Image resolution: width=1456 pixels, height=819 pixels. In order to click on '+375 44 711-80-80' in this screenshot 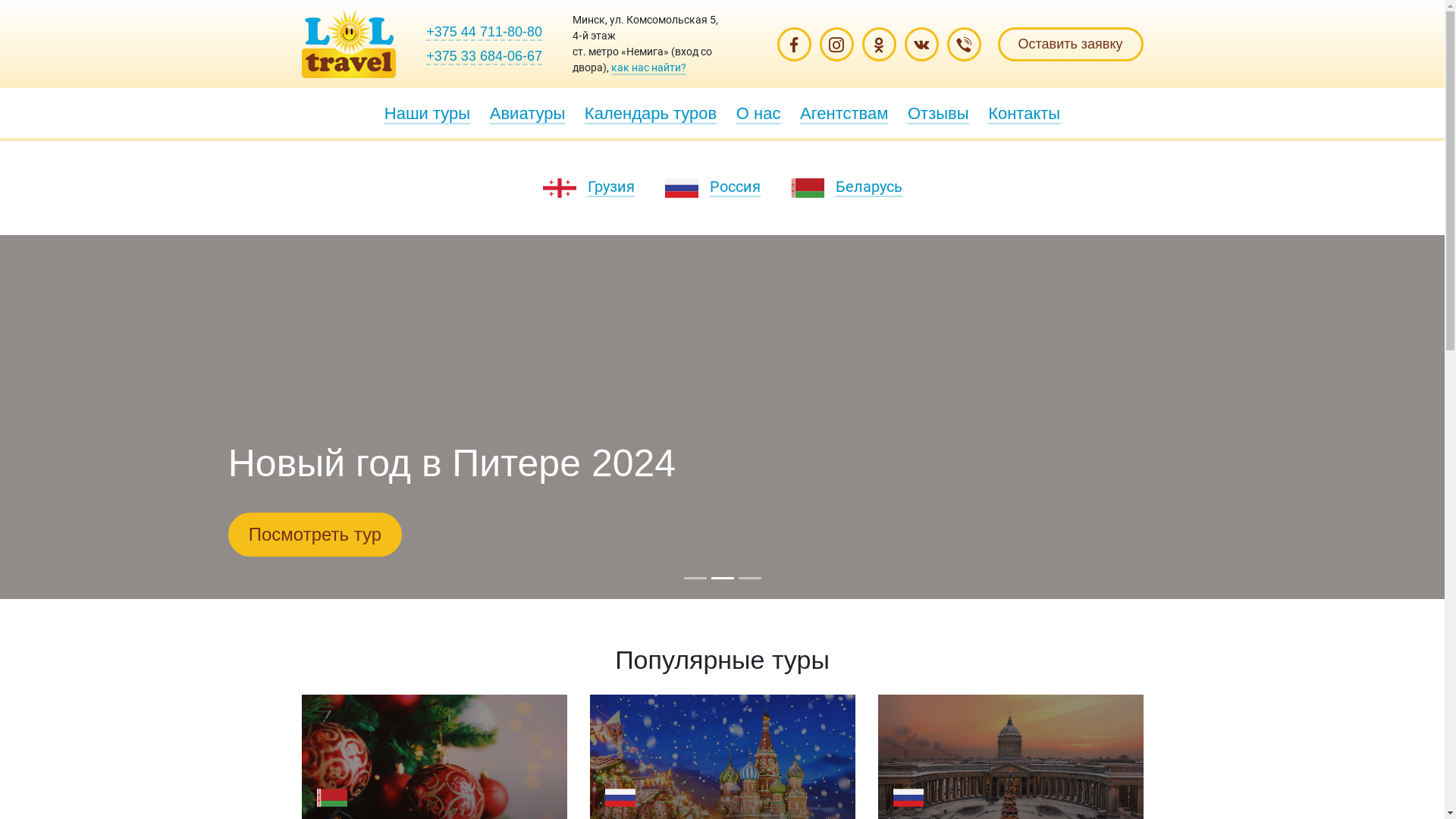, I will do `click(483, 32)`.